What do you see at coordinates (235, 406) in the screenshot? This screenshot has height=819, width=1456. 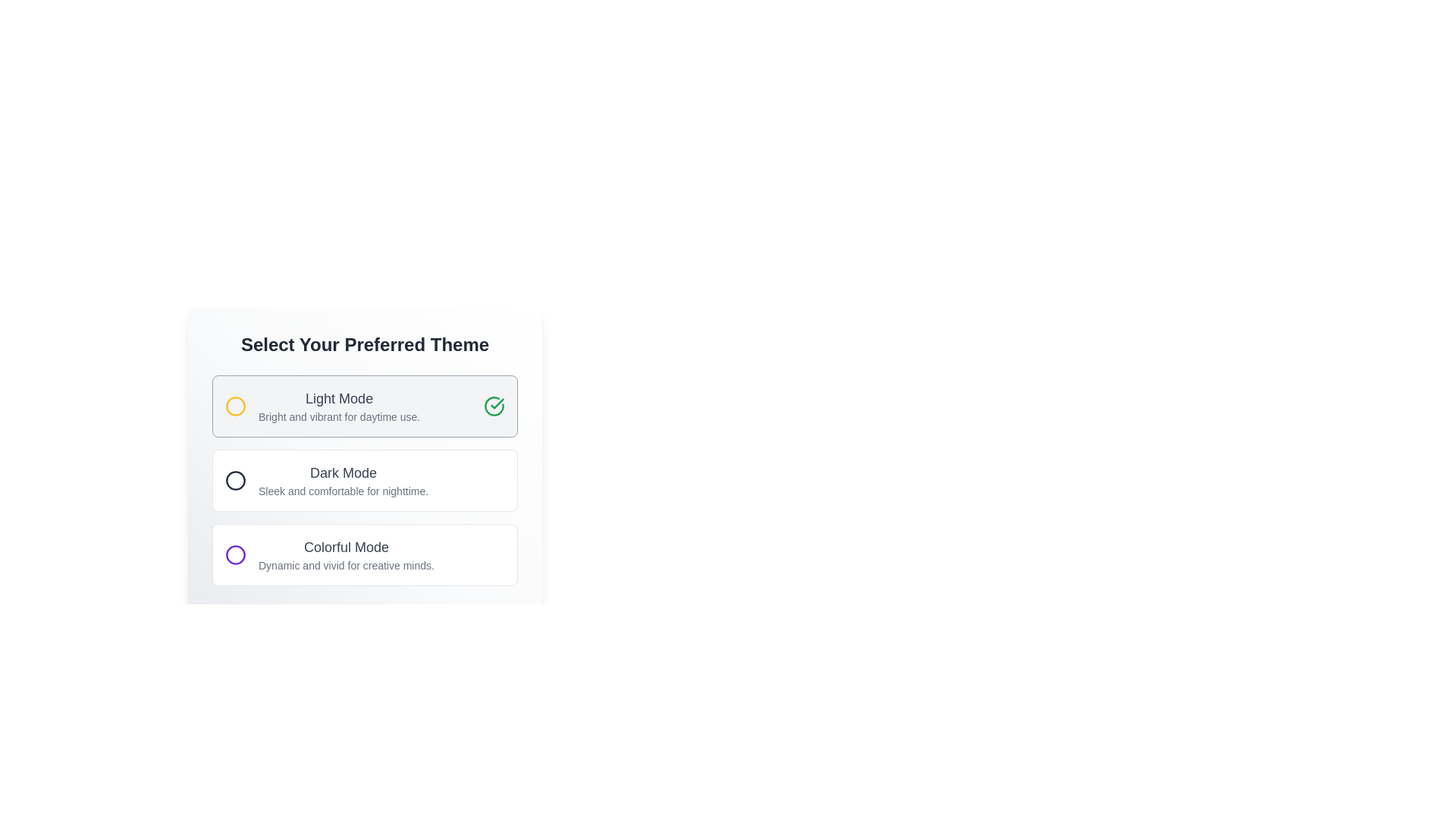 I see `the Circular icon that indicates the 'Light Mode' option, which is located to the left of the 'Light Mode' text and above the description 'Bright and vibrant for daytime use.'` at bounding box center [235, 406].